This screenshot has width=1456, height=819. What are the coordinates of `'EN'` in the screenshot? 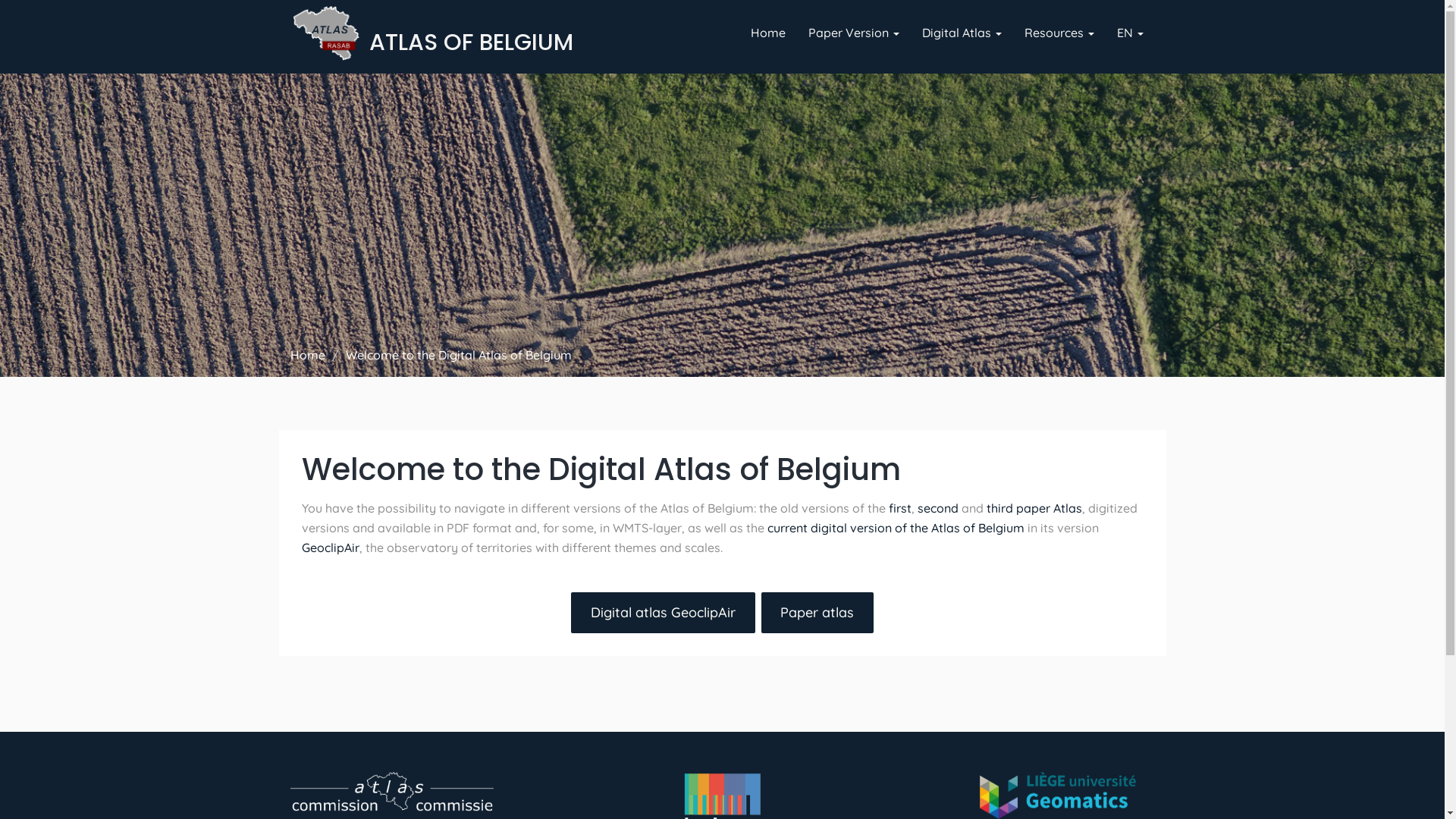 It's located at (1130, 33).